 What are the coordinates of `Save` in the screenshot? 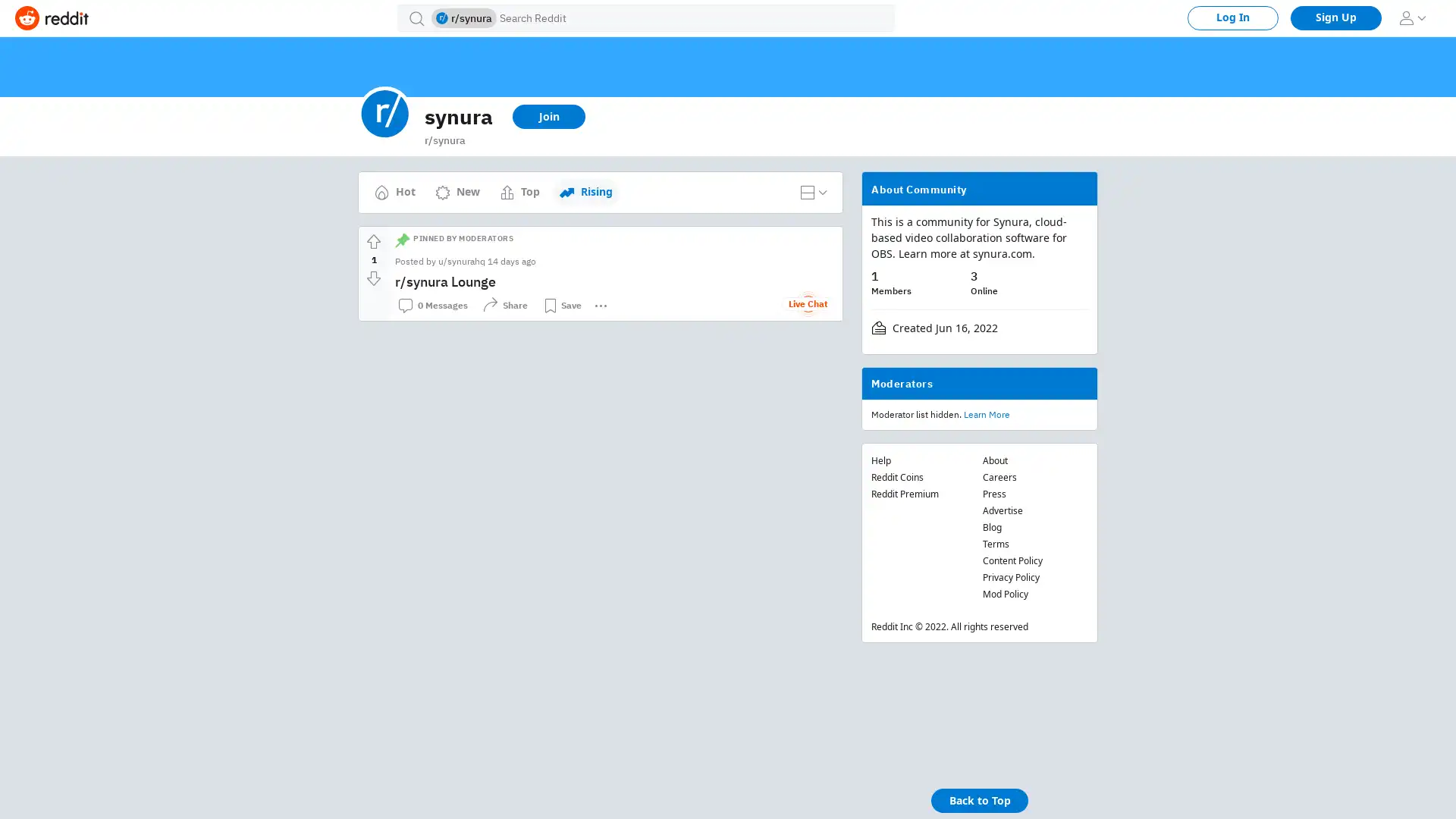 It's located at (561, 305).